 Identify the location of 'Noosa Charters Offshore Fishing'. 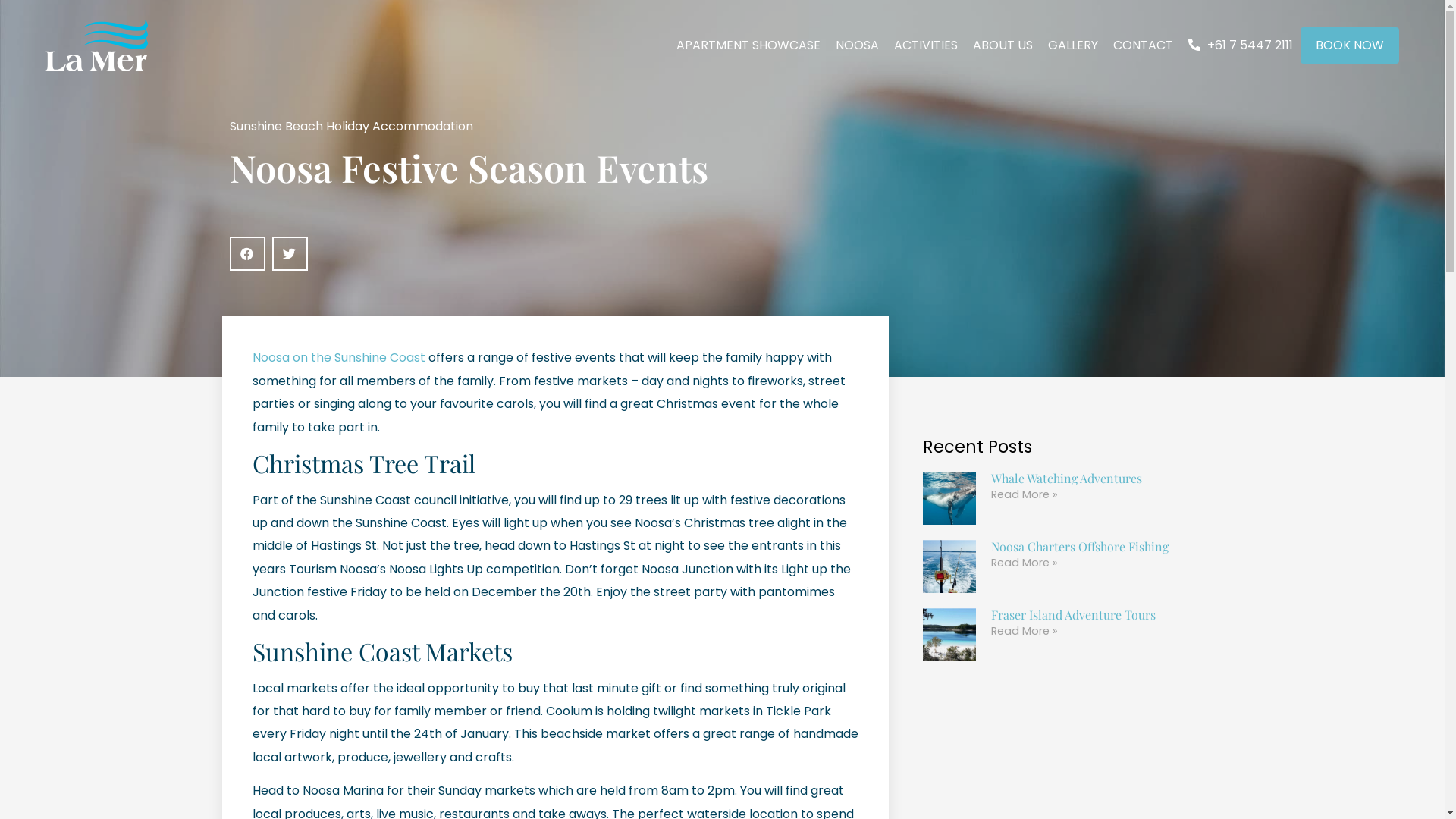
(1079, 546).